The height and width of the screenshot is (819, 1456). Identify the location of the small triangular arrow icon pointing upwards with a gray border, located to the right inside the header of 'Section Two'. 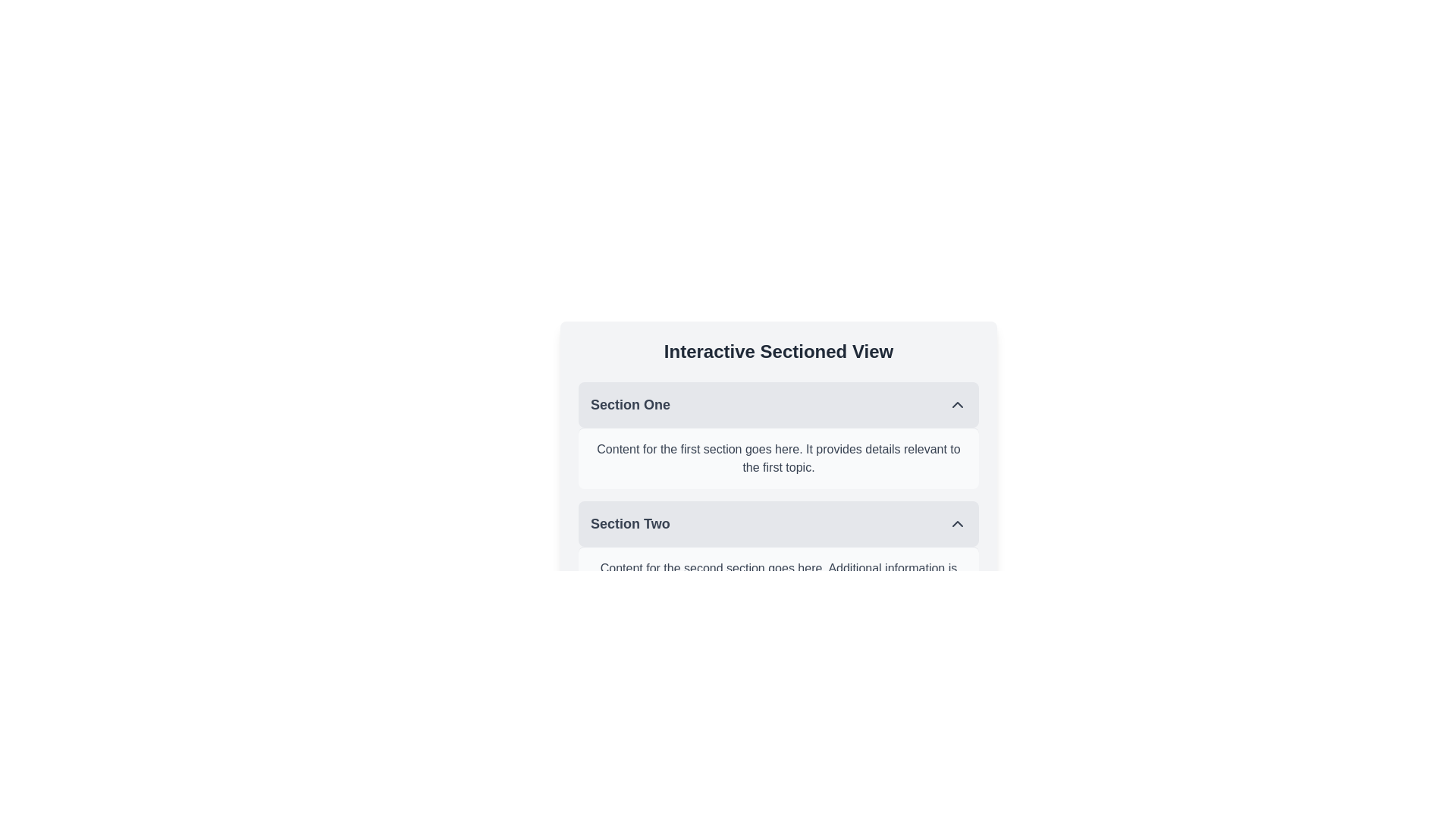
(956, 522).